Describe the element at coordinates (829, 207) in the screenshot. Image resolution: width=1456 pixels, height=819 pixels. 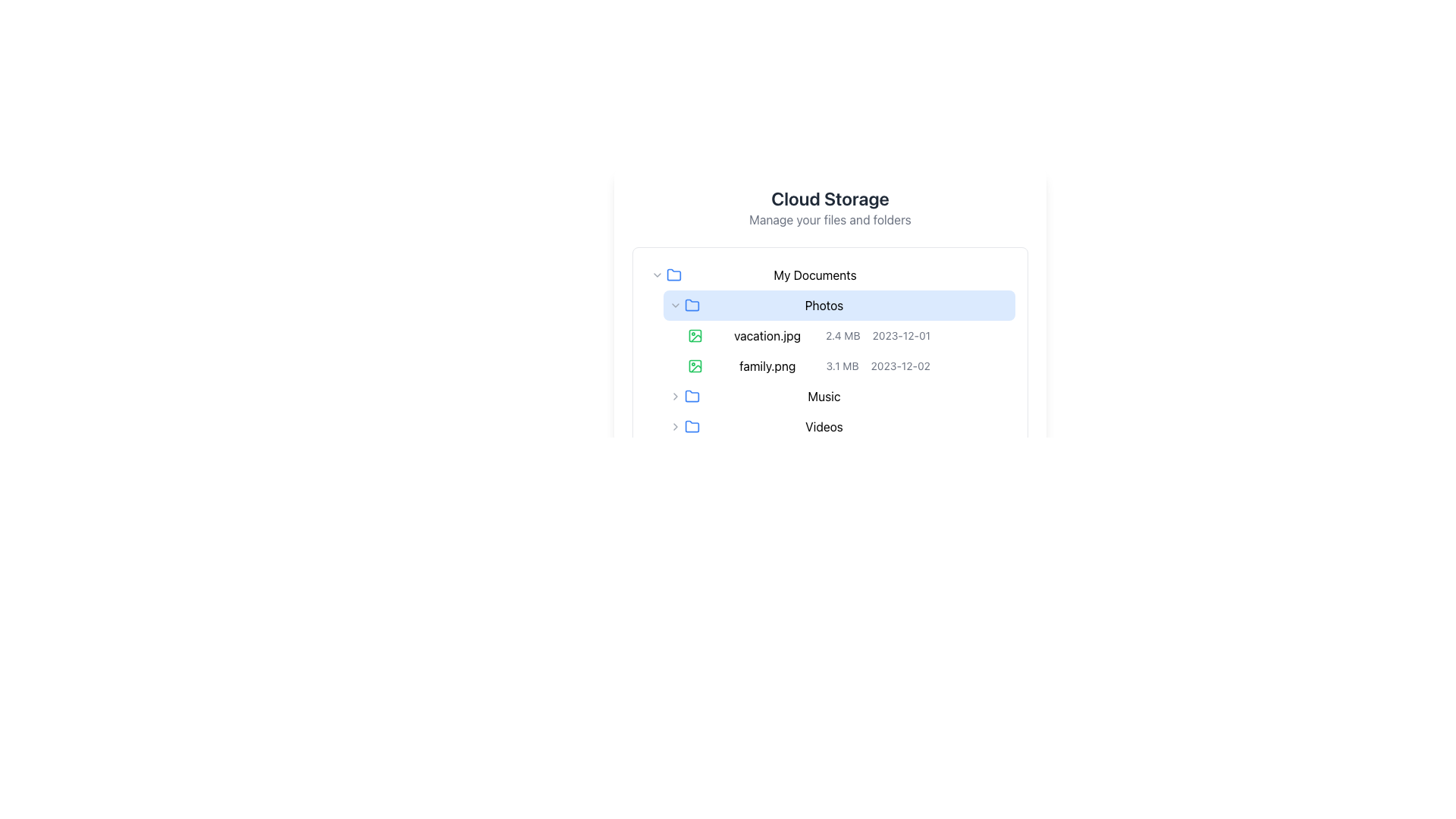
I see `the heading element that serves as a title and descriptive subtitle for the file management section, located at the top of the card layout` at that location.